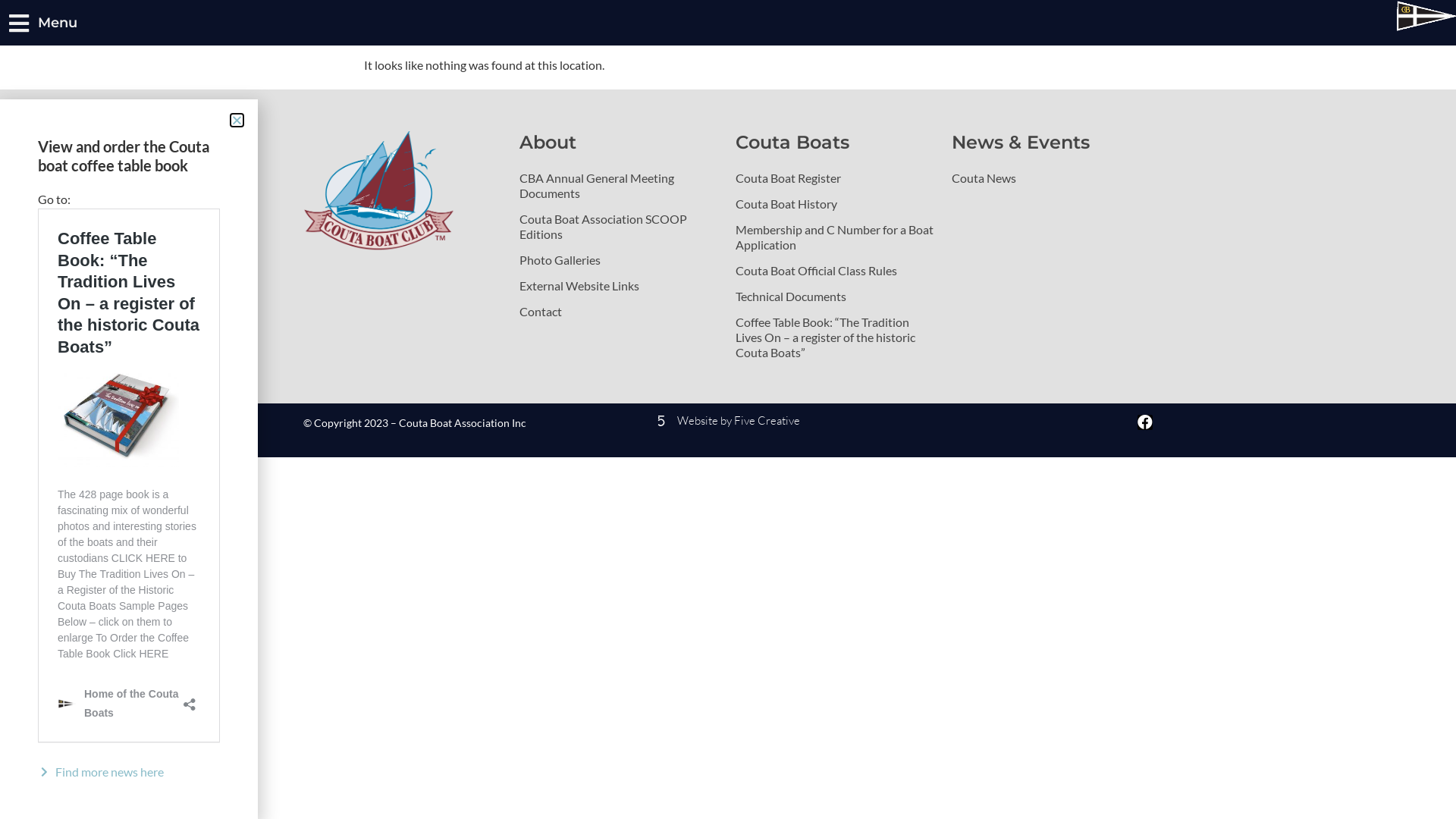 The image size is (1456, 819). I want to click on 'Website by Five Creative', so click(590, 420).